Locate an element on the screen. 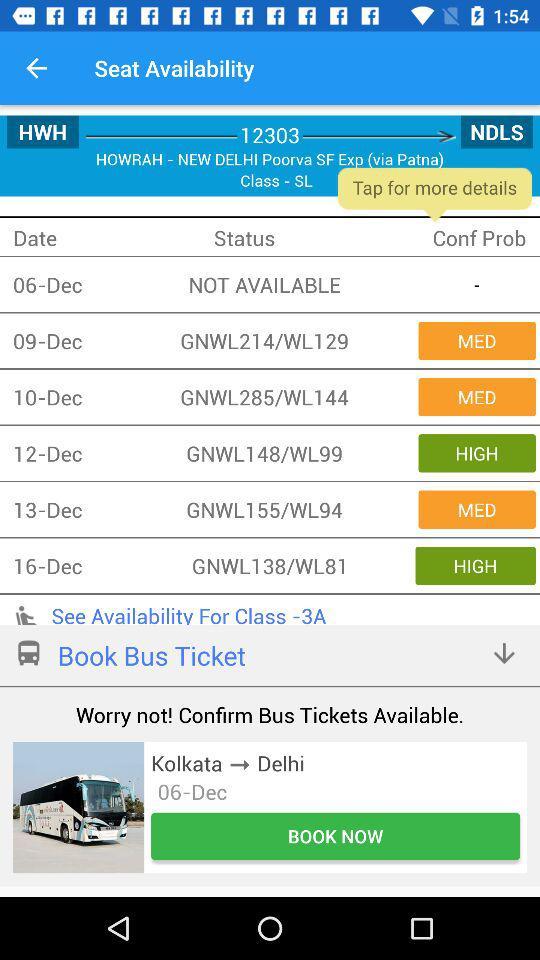  the book now is located at coordinates (335, 836).